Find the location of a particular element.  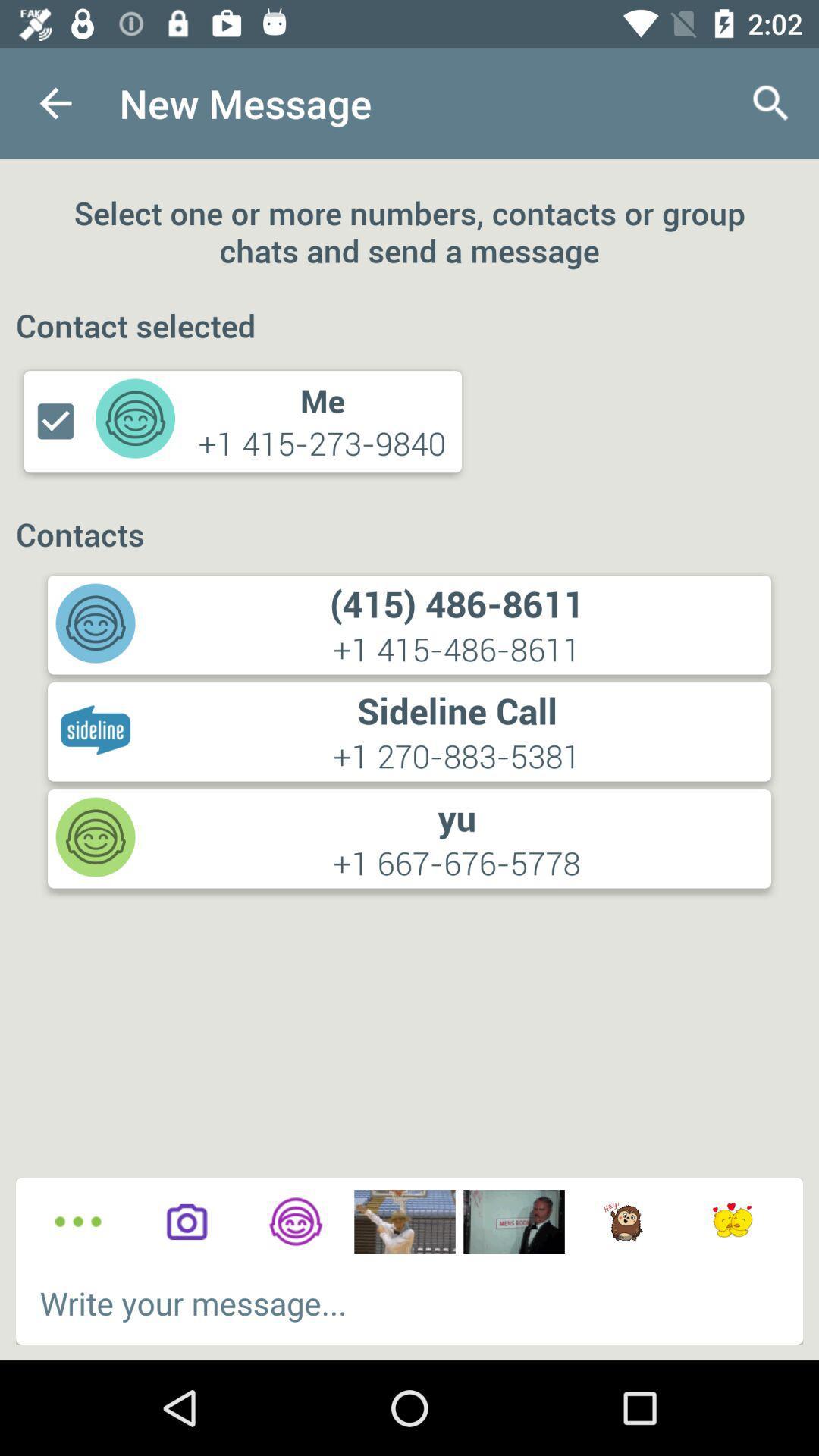

the app next to new message icon is located at coordinates (55, 102).